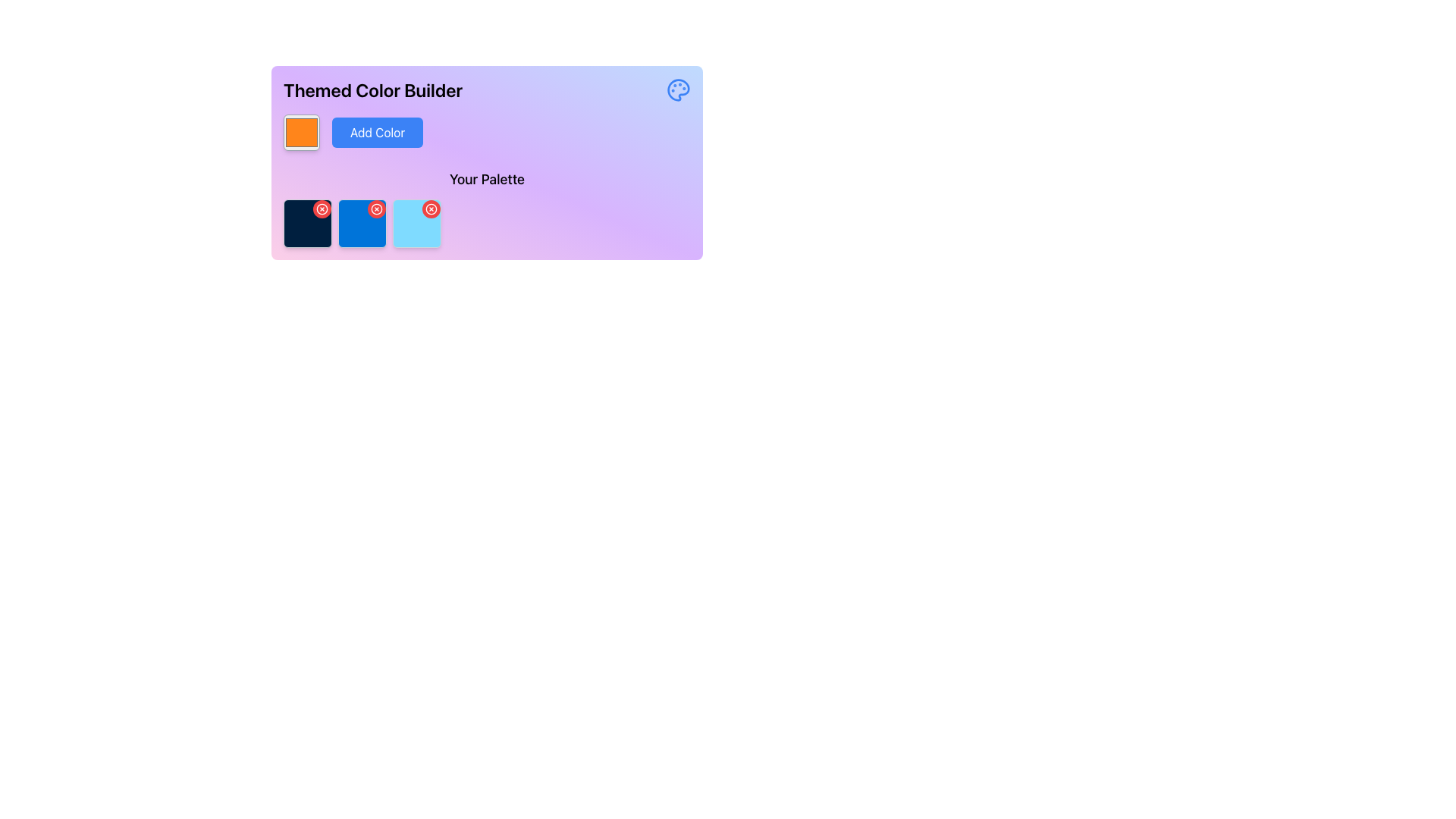 Image resolution: width=1456 pixels, height=819 pixels. What do you see at coordinates (431, 209) in the screenshot?
I see `the small circular gray button with a red 'x' icon located in the top-right corner of the middle color block in the color palette` at bounding box center [431, 209].